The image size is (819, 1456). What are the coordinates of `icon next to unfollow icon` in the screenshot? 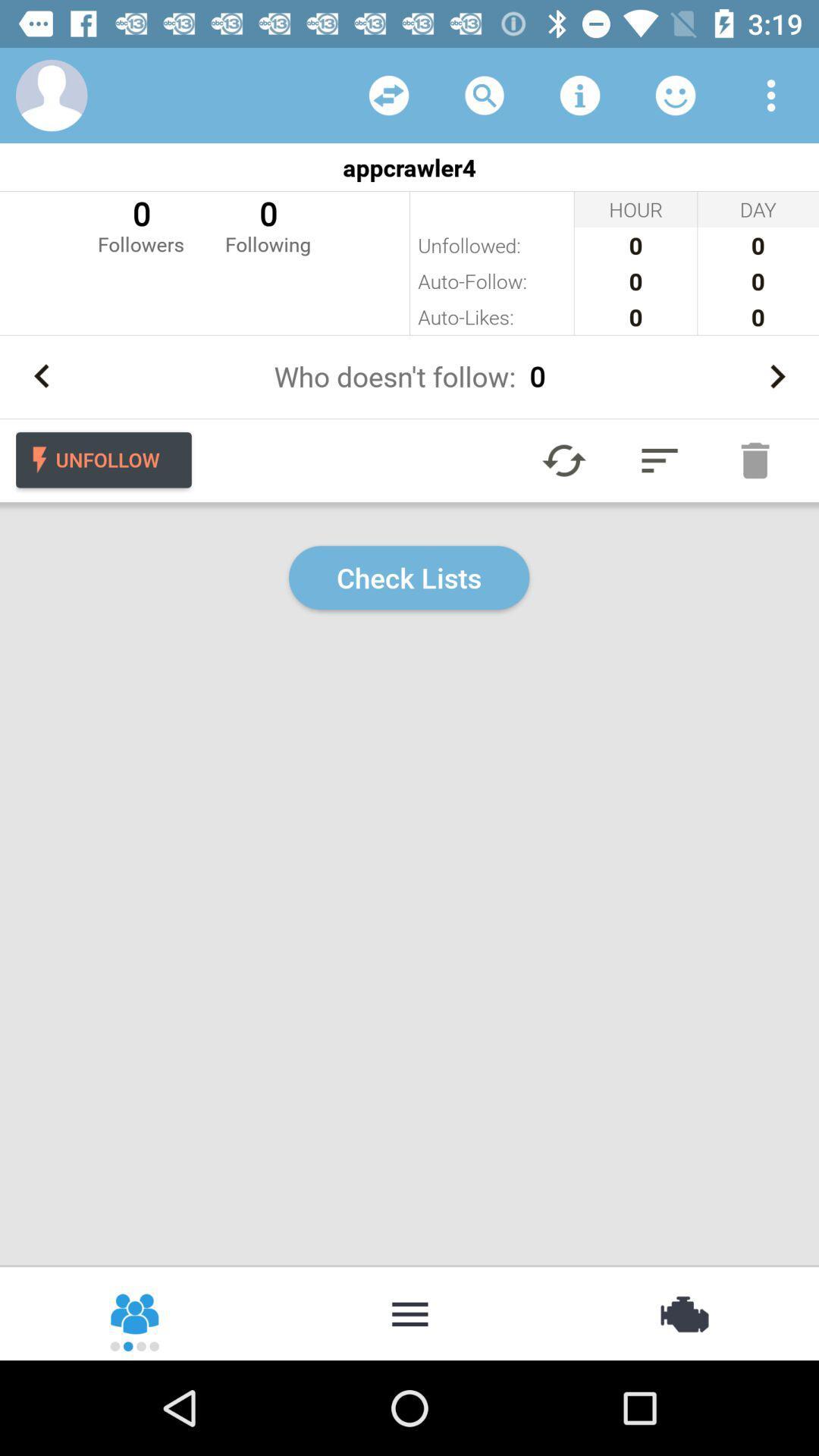 It's located at (564, 460).